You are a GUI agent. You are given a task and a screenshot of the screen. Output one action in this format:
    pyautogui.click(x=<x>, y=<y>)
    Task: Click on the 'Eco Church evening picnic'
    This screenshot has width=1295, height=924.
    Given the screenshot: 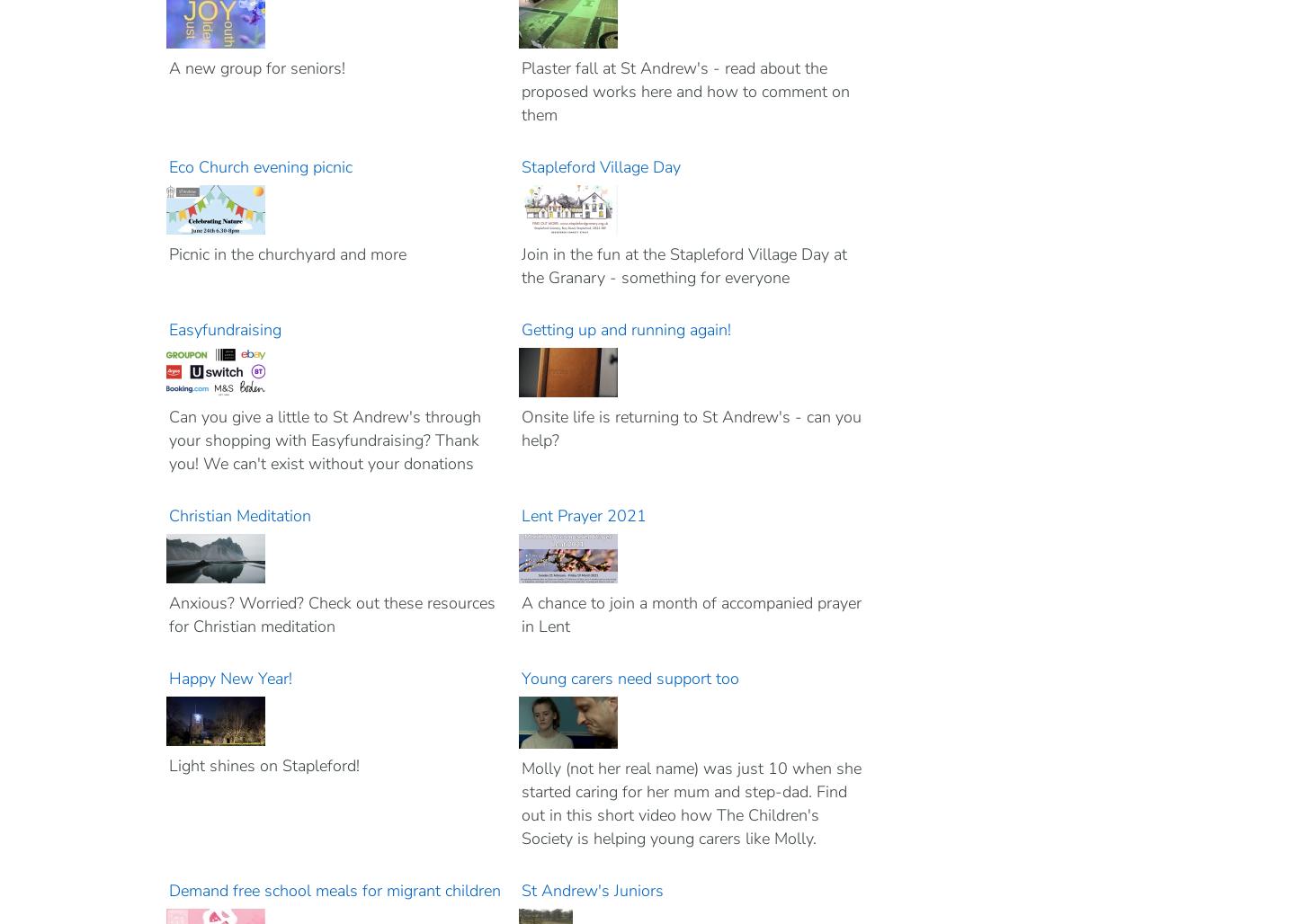 What is the action you would take?
    pyautogui.click(x=262, y=166)
    